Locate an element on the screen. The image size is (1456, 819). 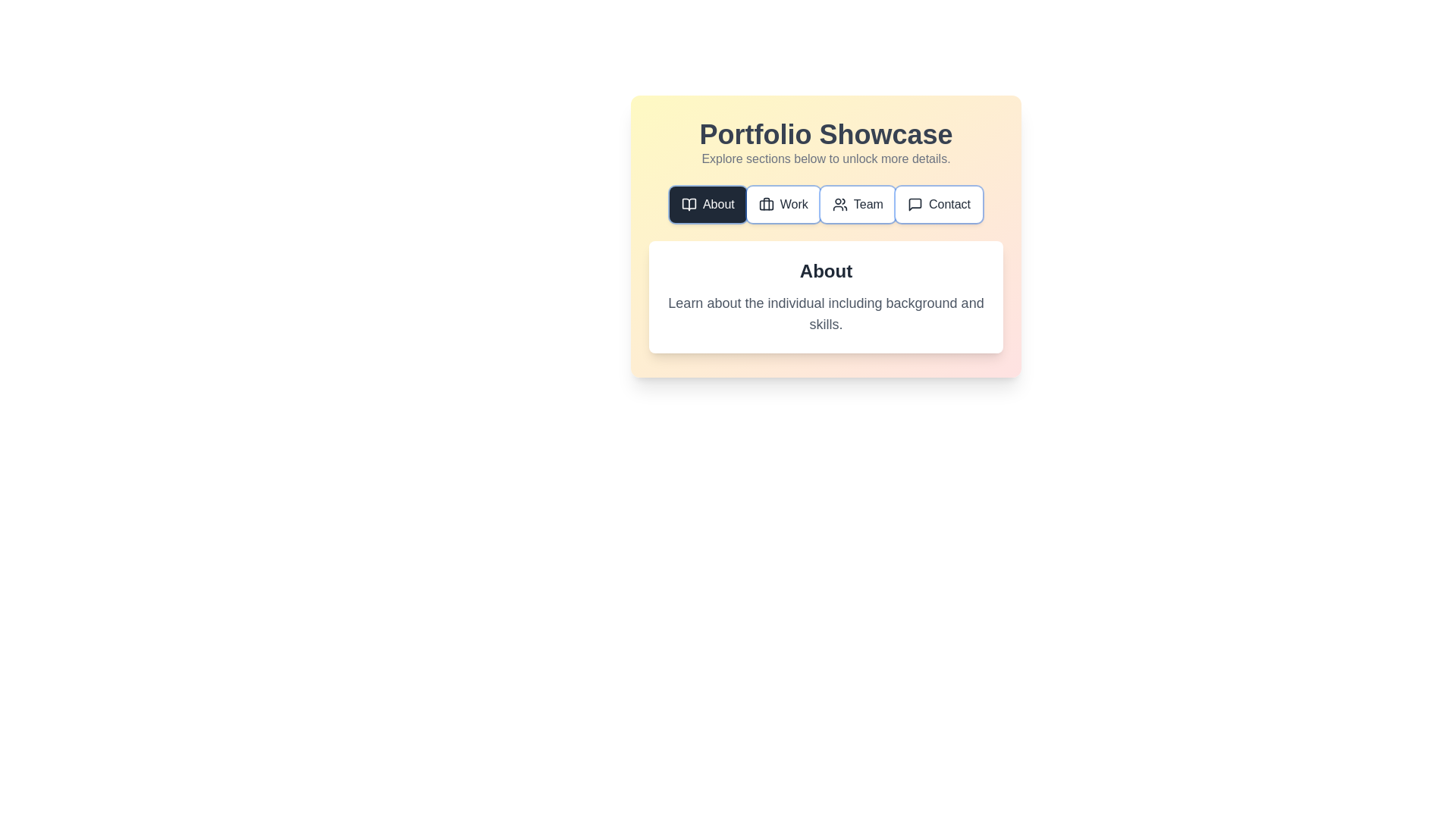
the tab button corresponding to Contact to navigate to that tab is located at coordinates (938, 205).